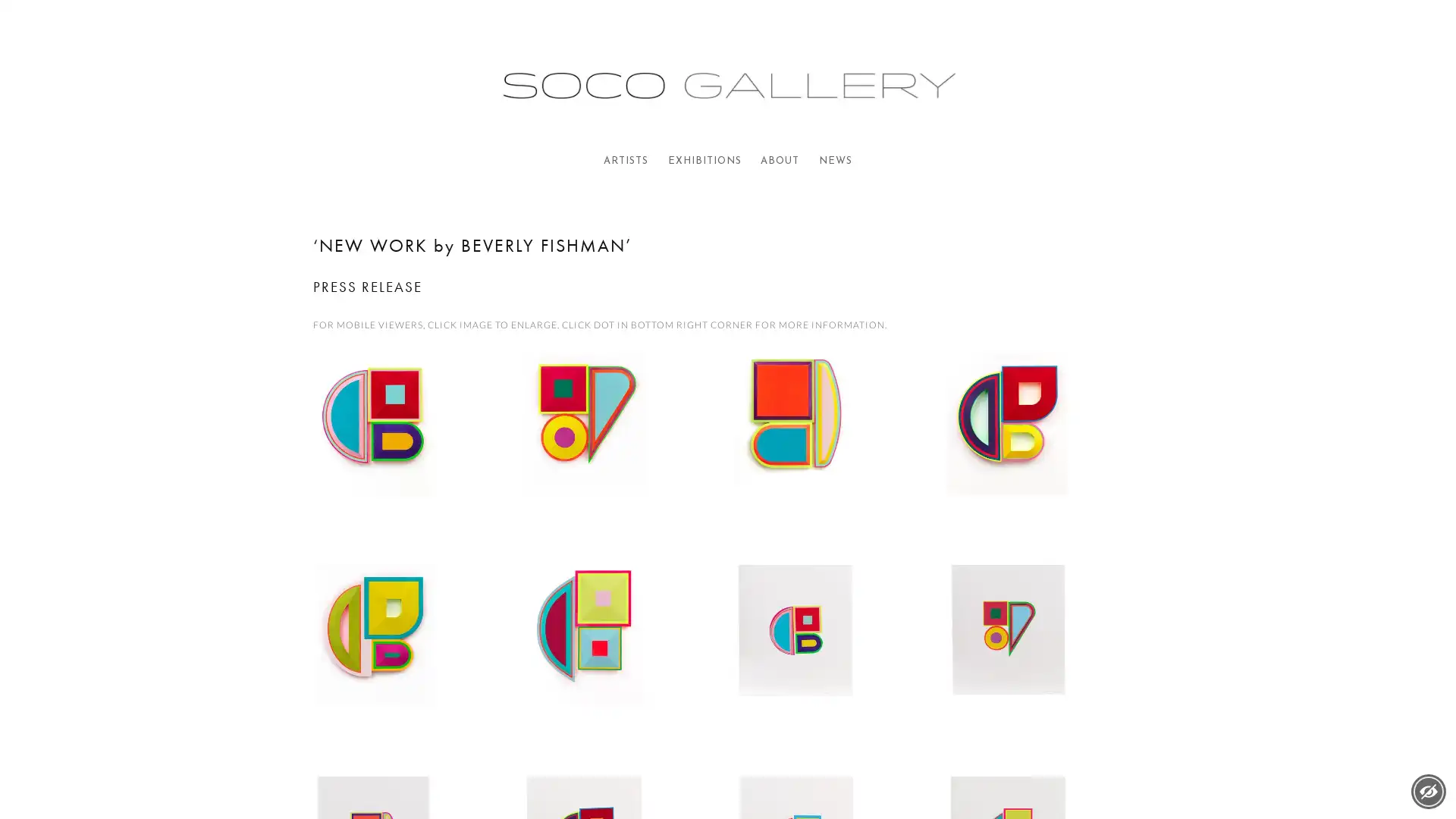  I want to click on View fullsize BEVERLY FISHMAN Untitled (Pain, Depression, Anxiety) , 2021 Urethane paint on wood 43 x 45.75 inches INQUIRE +, so click(410, 450).